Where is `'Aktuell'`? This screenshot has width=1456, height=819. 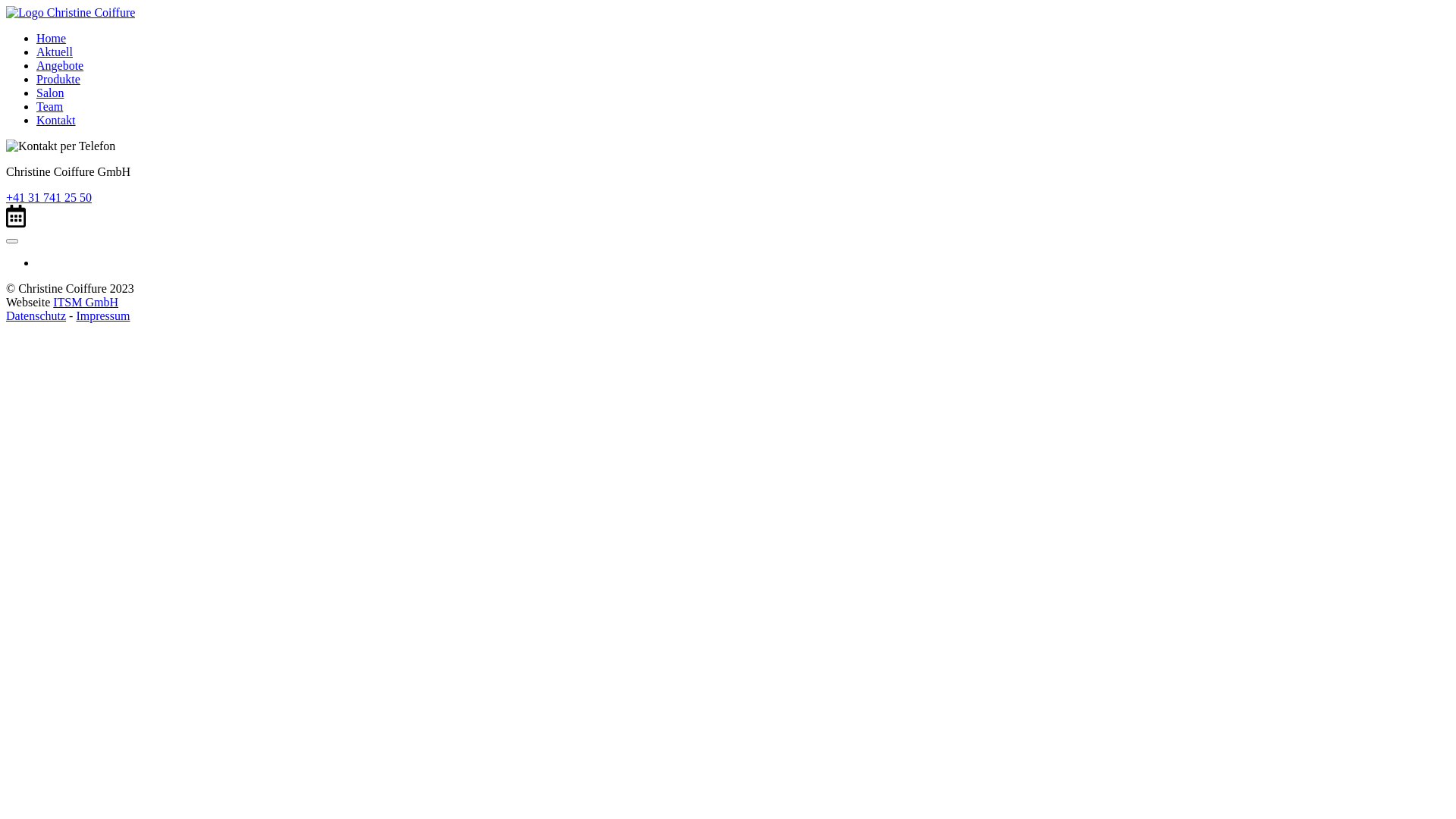 'Aktuell' is located at coordinates (36, 51).